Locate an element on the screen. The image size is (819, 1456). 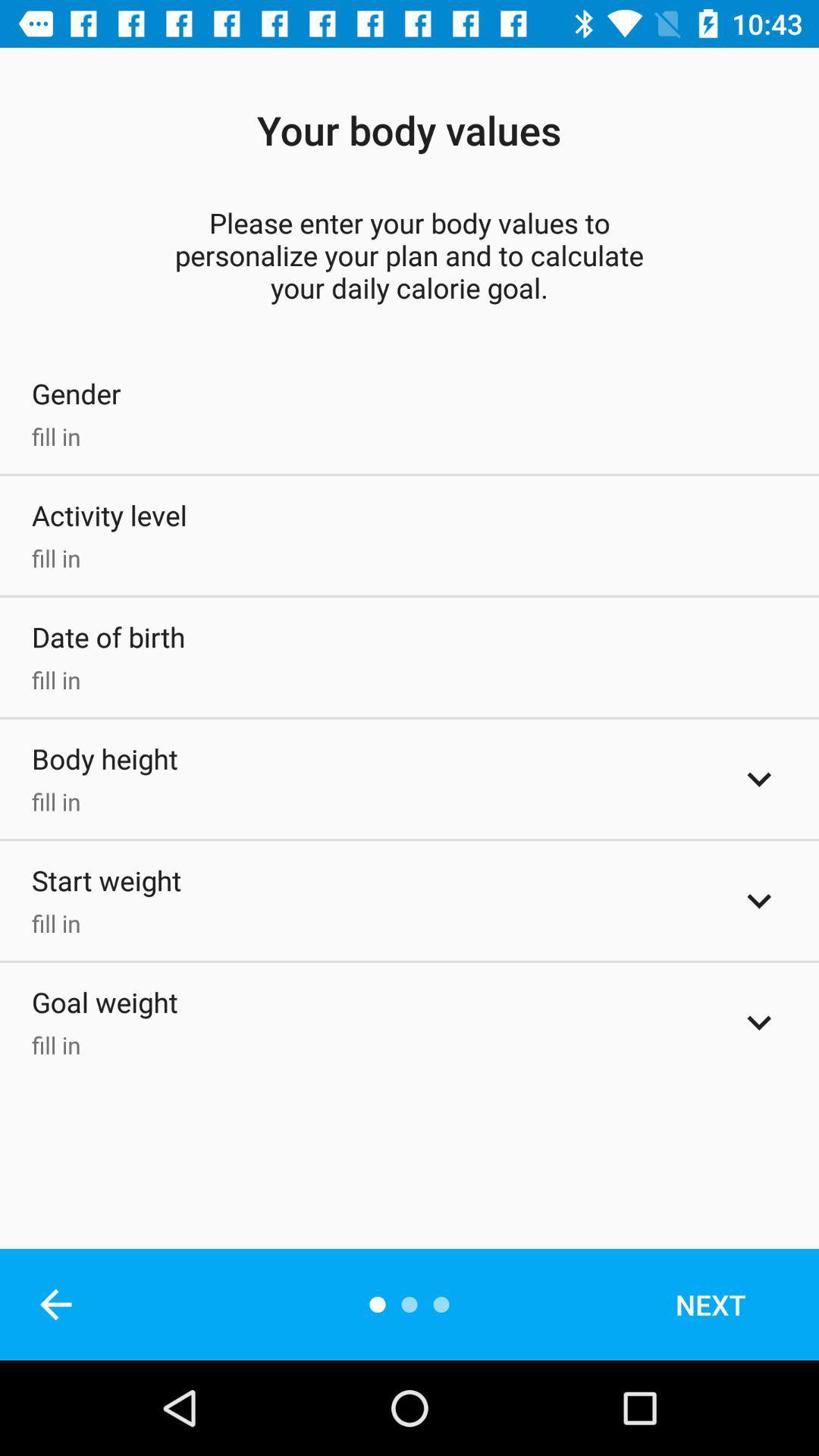
expand is located at coordinates (759, 1022).